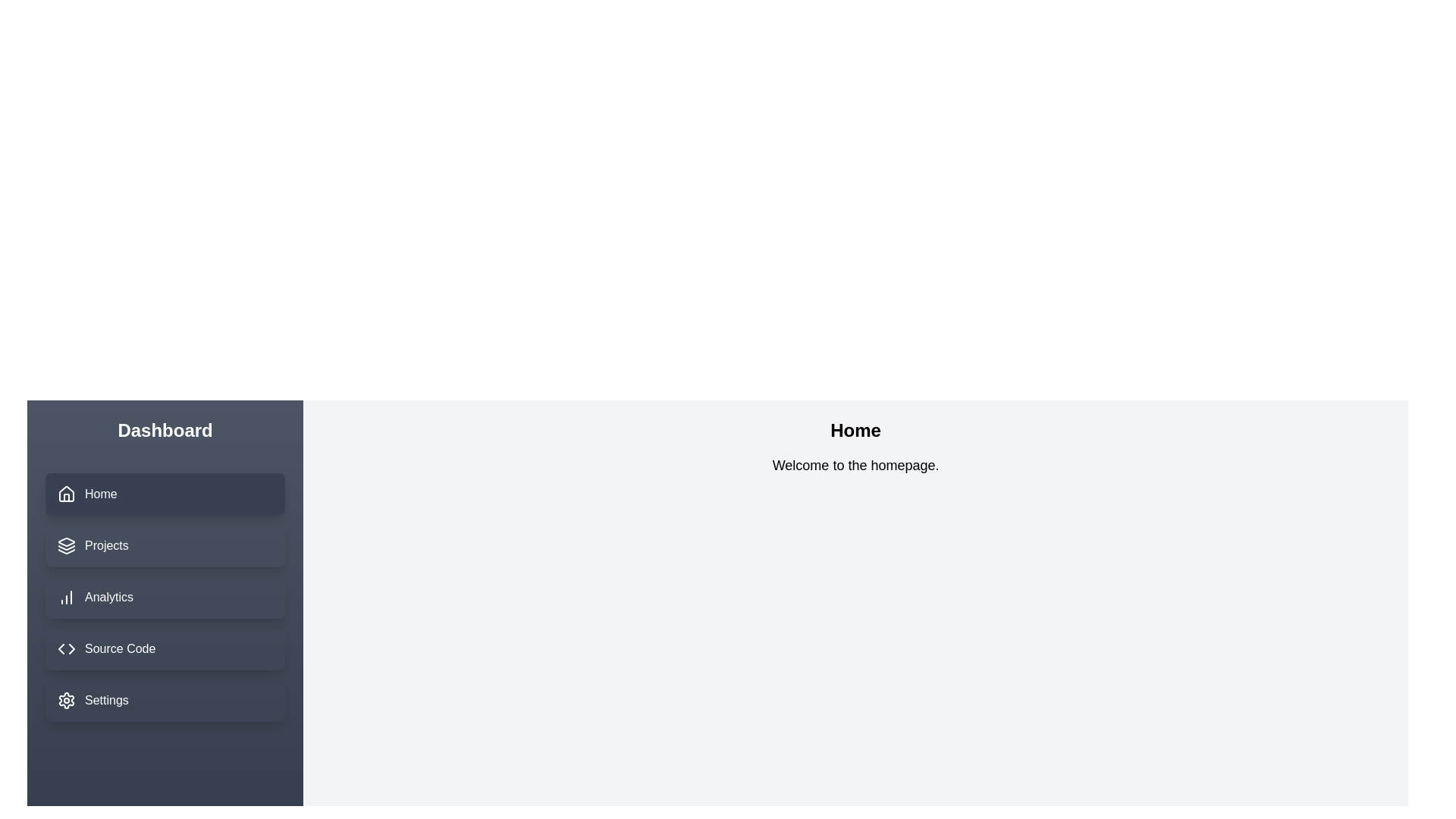 Image resolution: width=1456 pixels, height=819 pixels. What do you see at coordinates (165, 596) in the screenshot?
I see `the highlighted 'Analytics' item` at bounding box center [165, 596].